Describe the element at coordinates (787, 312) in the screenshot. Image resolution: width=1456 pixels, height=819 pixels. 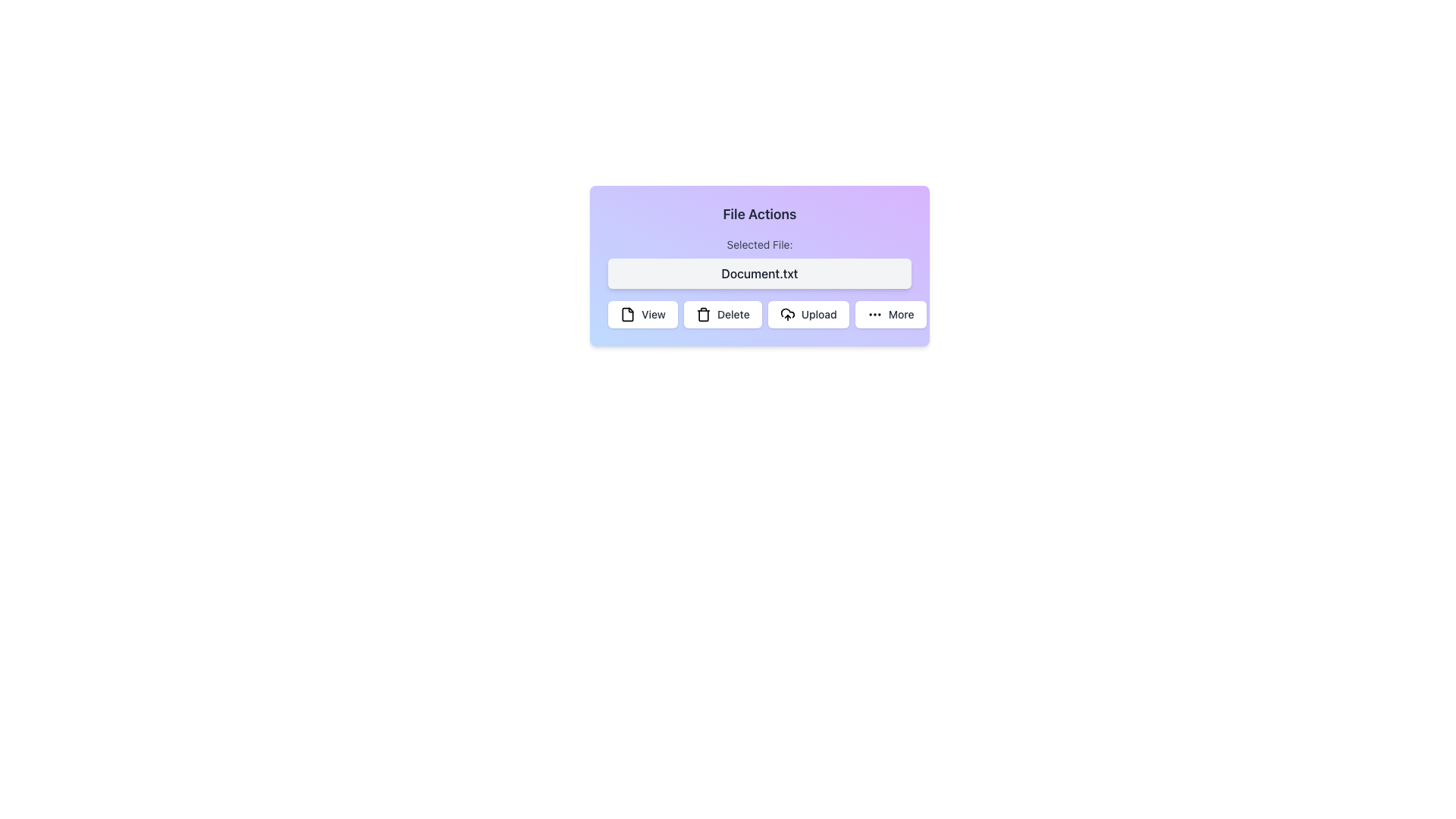
I see `the cloud upload icon located centrally within the 'Upload' button, which is the third button in the row of action buttons below the 'Selected File' section` at that location.